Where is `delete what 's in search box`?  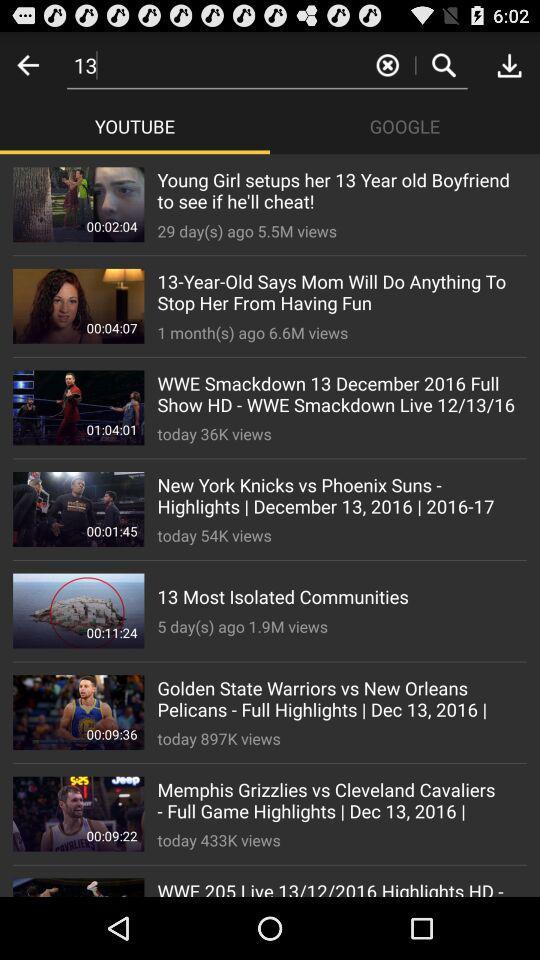
delete what 's in search box is located at coordinates (387, 64).